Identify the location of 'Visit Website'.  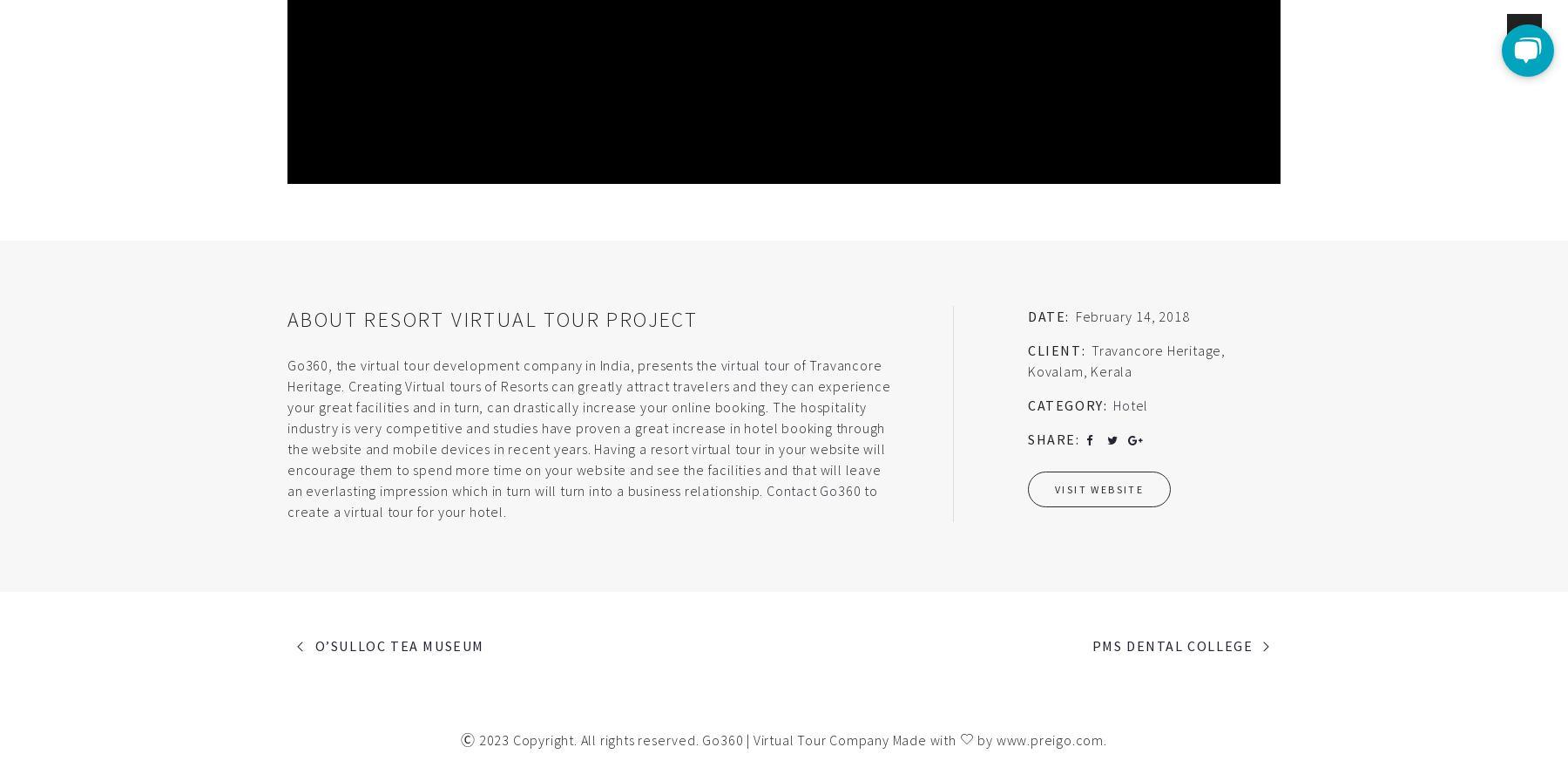
(1098, 488).